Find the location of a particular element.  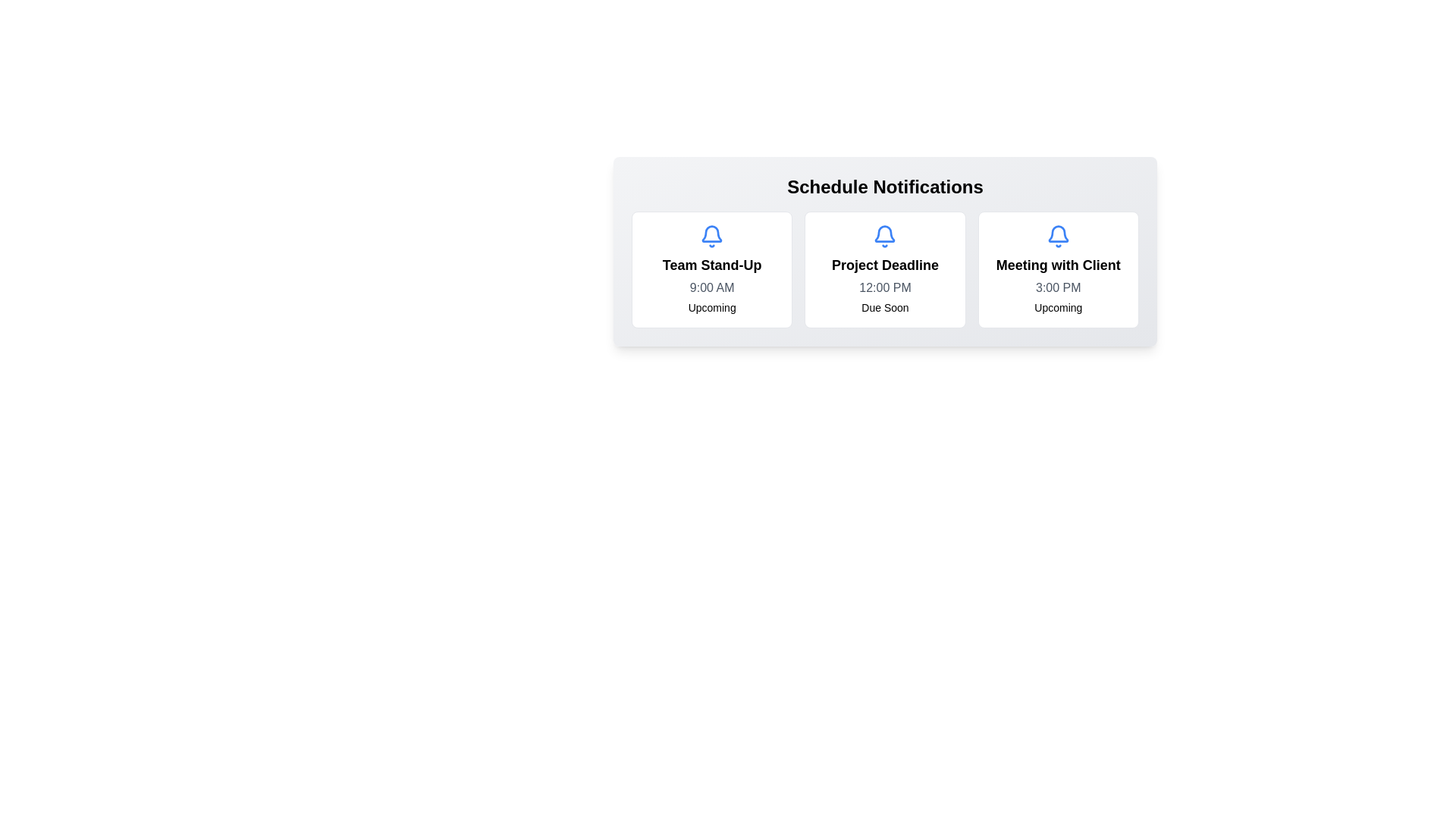

the text label displaying '3:00 PM' in a gray font, located below the title 'Meeting with Client' and above the status label 'Upcoming' within the third notification card of 'Schedule Notifications' is located at coordinates (1057, 288).